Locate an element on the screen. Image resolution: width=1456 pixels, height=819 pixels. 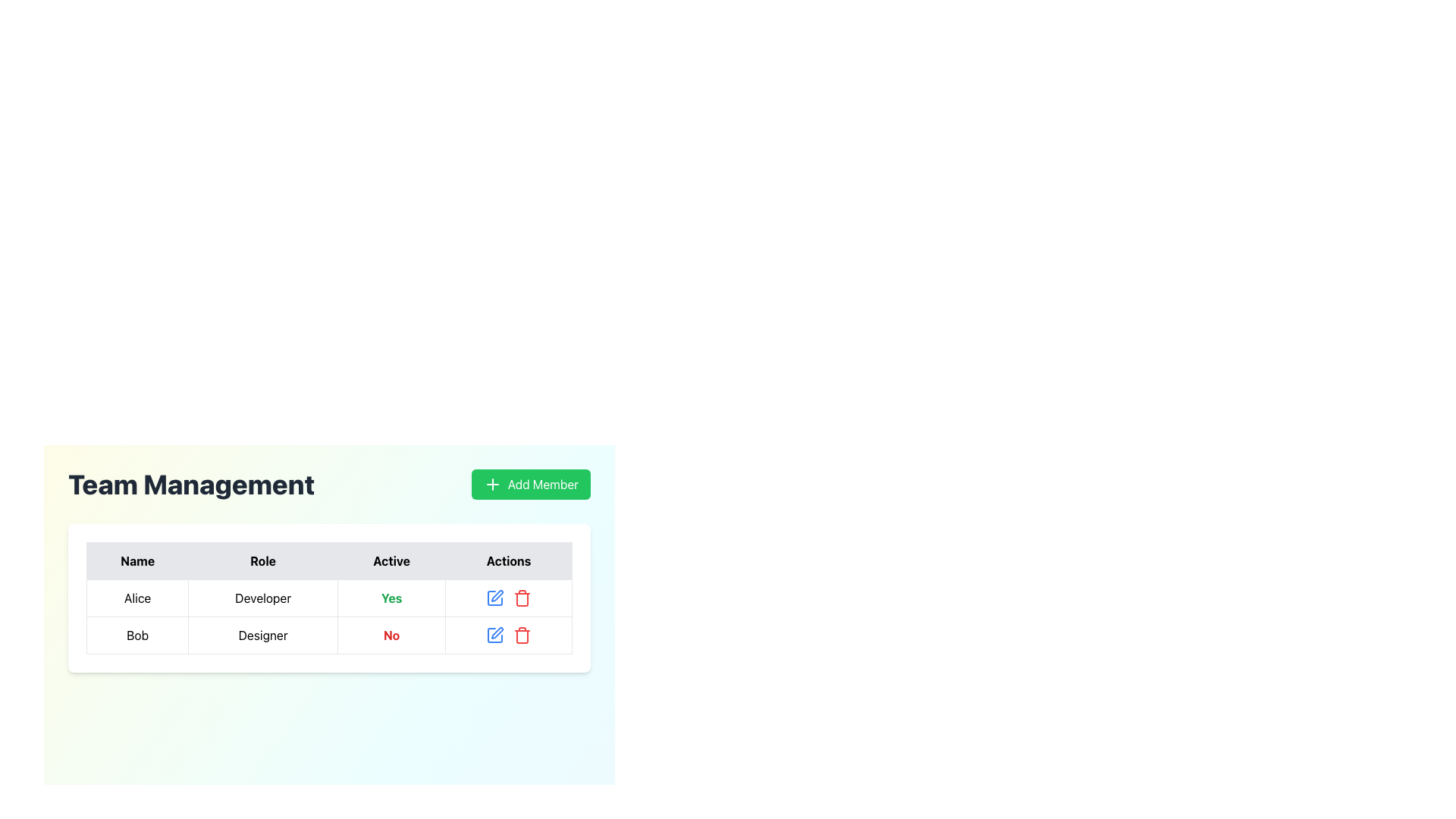
the edit icon with a blue outline located in the 'Actions' column of the second row in the Team Management interface is located at coordinates (497, 632).